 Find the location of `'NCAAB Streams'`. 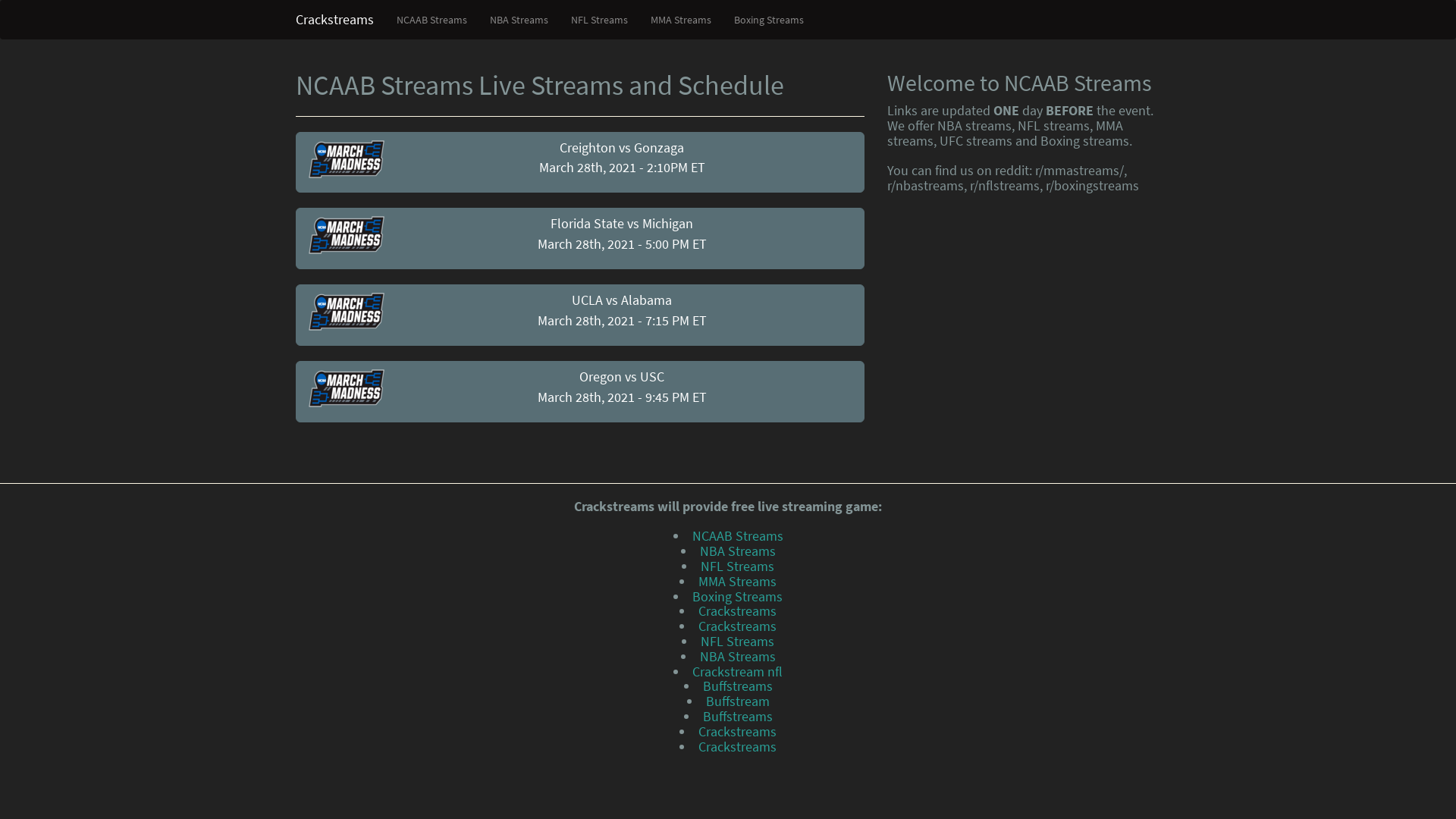

'NCAAB Streams' is located at coordinates (345, 388).